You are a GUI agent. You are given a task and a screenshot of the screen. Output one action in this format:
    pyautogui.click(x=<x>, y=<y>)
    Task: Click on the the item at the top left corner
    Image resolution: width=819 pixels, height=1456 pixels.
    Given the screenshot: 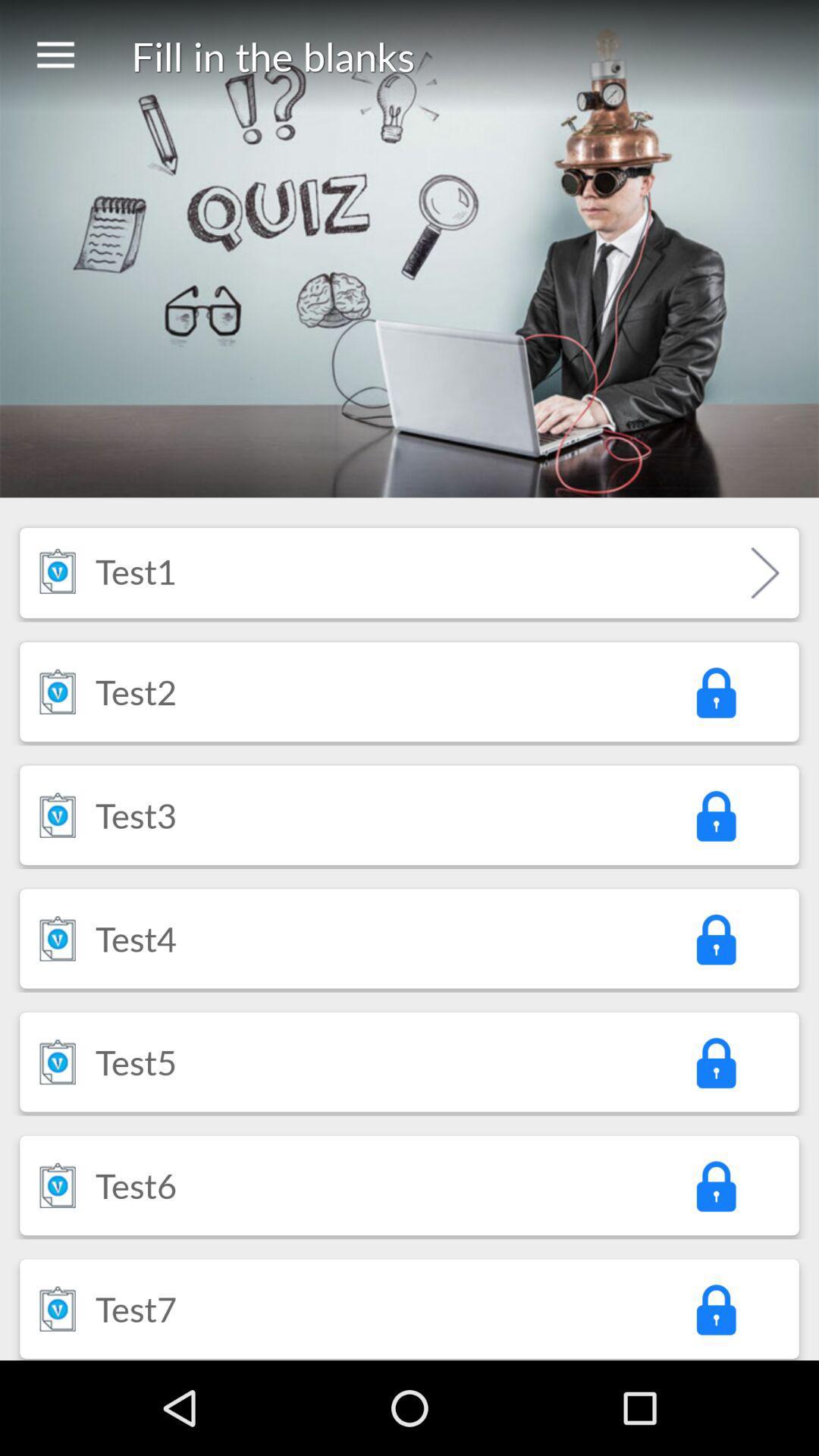 What is the action you would take?
    pyautogui.click(x=55, y=55)
    